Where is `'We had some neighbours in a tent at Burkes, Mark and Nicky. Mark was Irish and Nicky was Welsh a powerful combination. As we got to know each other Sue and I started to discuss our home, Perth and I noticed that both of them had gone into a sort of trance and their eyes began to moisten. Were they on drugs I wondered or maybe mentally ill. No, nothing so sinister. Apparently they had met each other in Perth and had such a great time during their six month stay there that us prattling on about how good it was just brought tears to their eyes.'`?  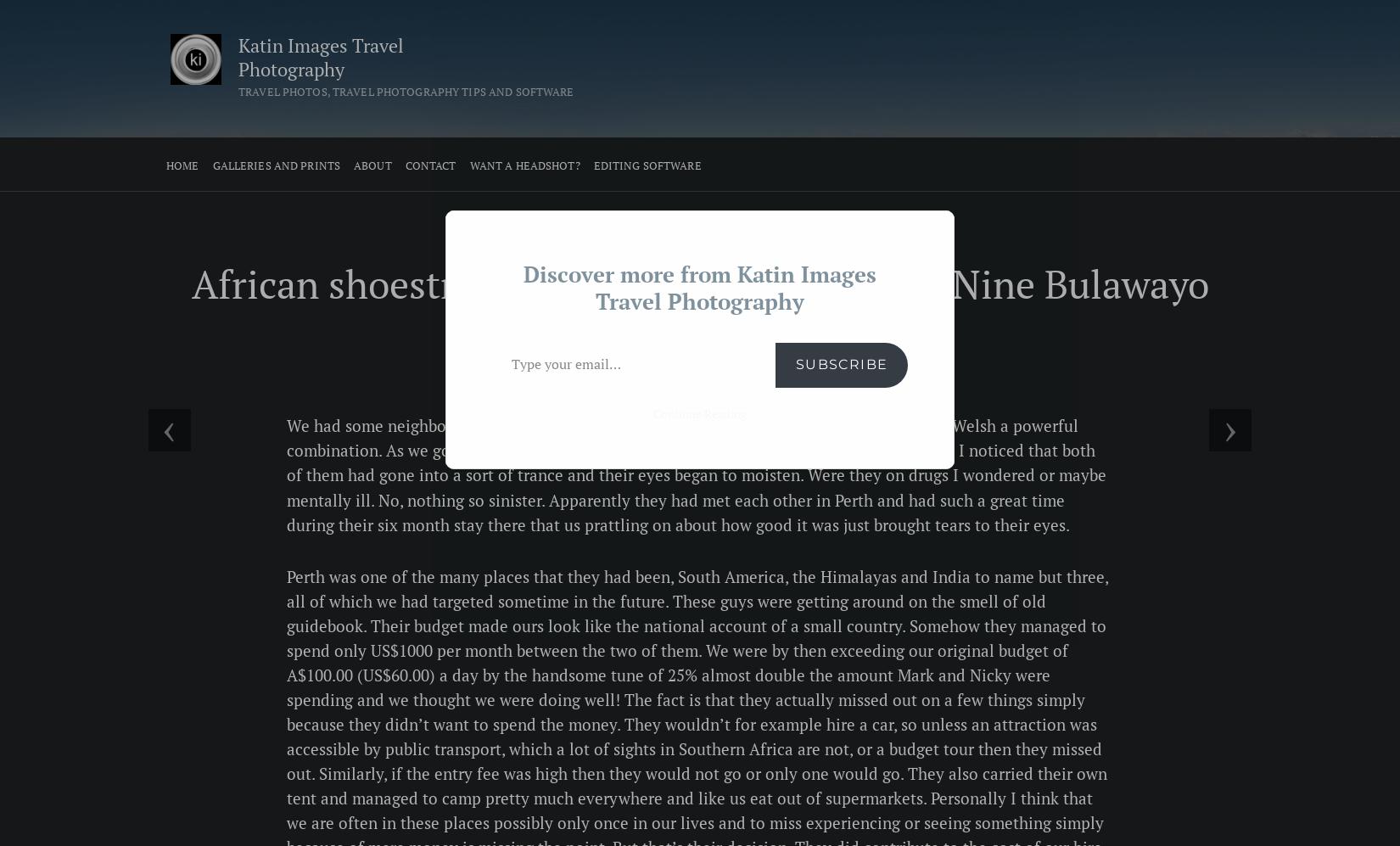
'We had some neighbours in a tent at Burkes, Mark and Nicky. Mark was Irish and Nicky was Welsh a powerful combination. As we got to know each other Sue and I started to discuss our home, Perth and I noticed that both of them had gone into a sort of trance and their eyes began to moisten. Were they on drugs I wondered or maybe mentally ill. No, nothing so sinister. Apparently they had met each other in Perth and had such a great time during their six month stay there that us prattling on about how good it was just brought tears to their eyes.' is located at coordinates (695, 475).